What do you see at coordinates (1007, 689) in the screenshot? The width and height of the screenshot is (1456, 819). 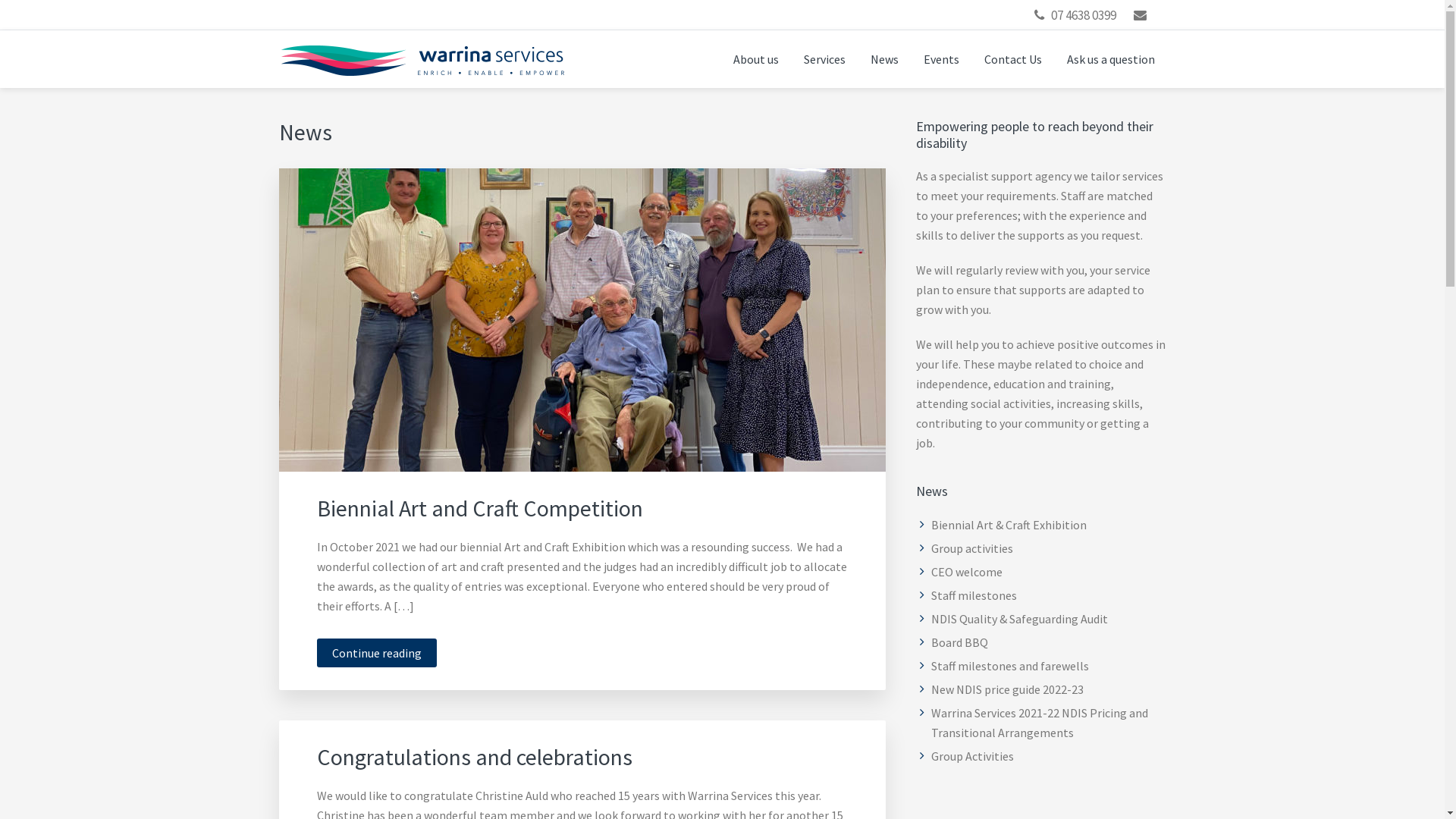 I see `'New NDIS price guide 2022-23'` at bounding box center [1007, 689].